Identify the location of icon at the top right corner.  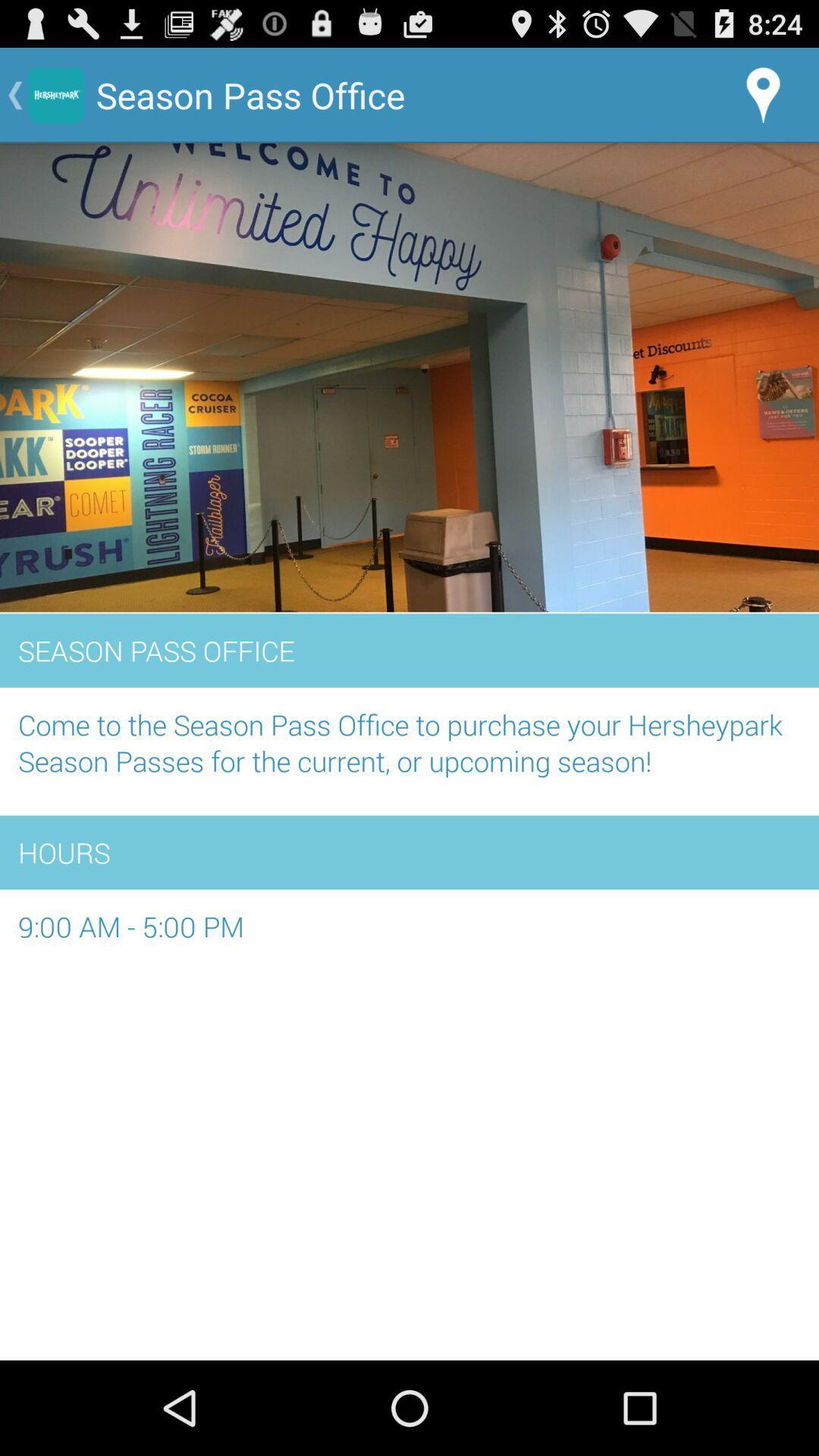
(763, 94).